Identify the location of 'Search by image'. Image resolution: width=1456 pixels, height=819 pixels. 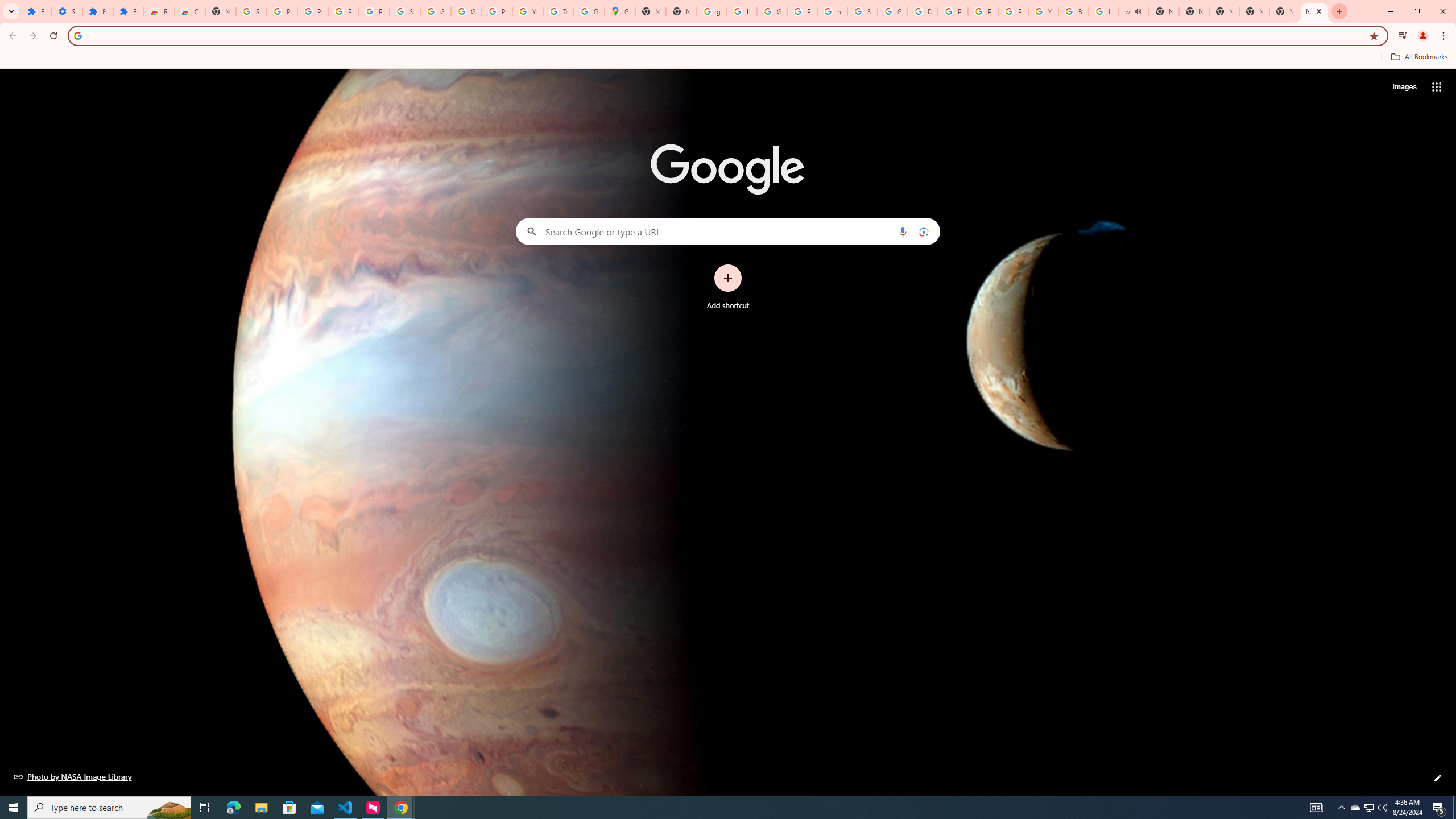
(923, 230).